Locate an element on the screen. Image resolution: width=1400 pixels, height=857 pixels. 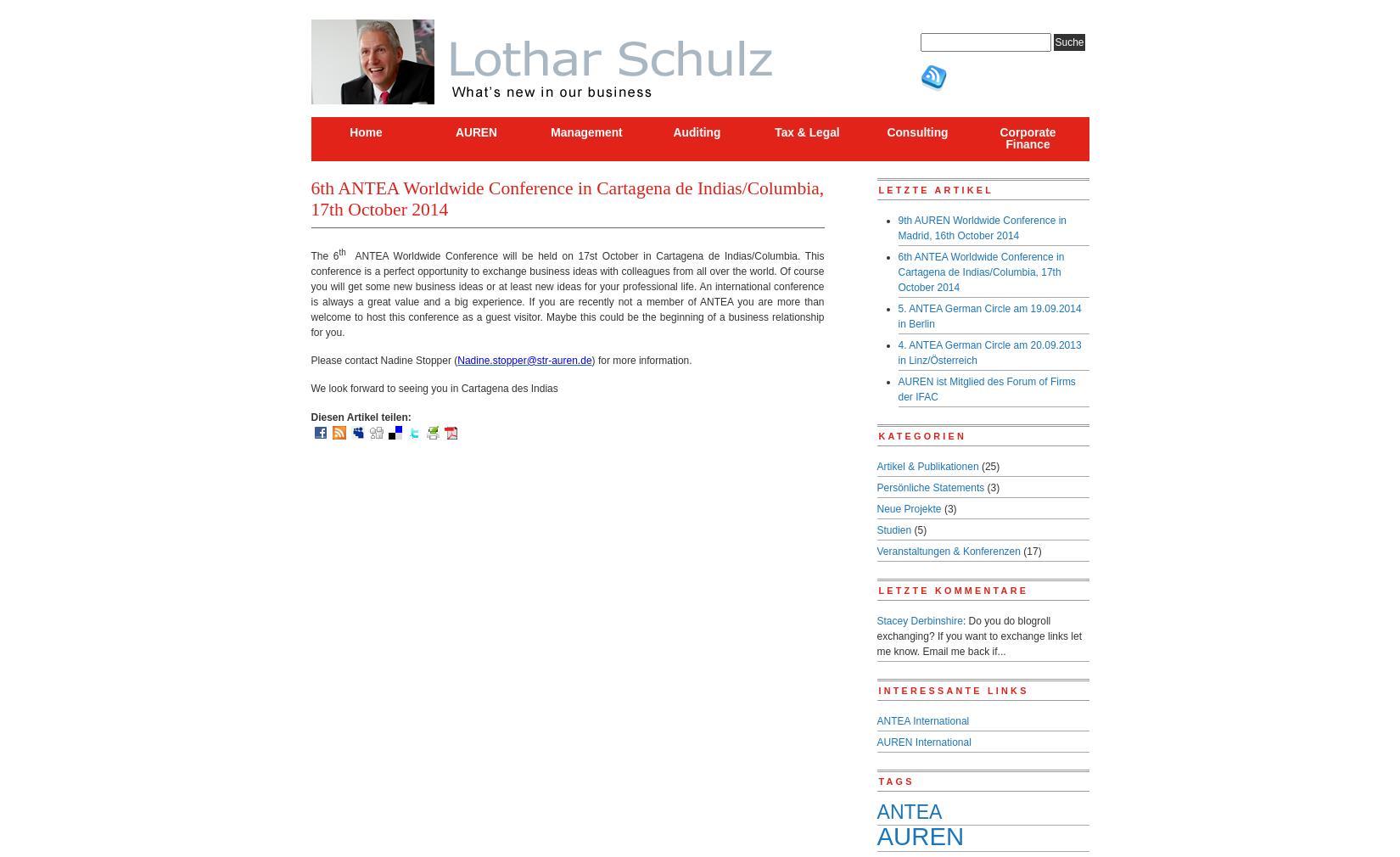
'AUREN International' is located at coordinates (923, 741).